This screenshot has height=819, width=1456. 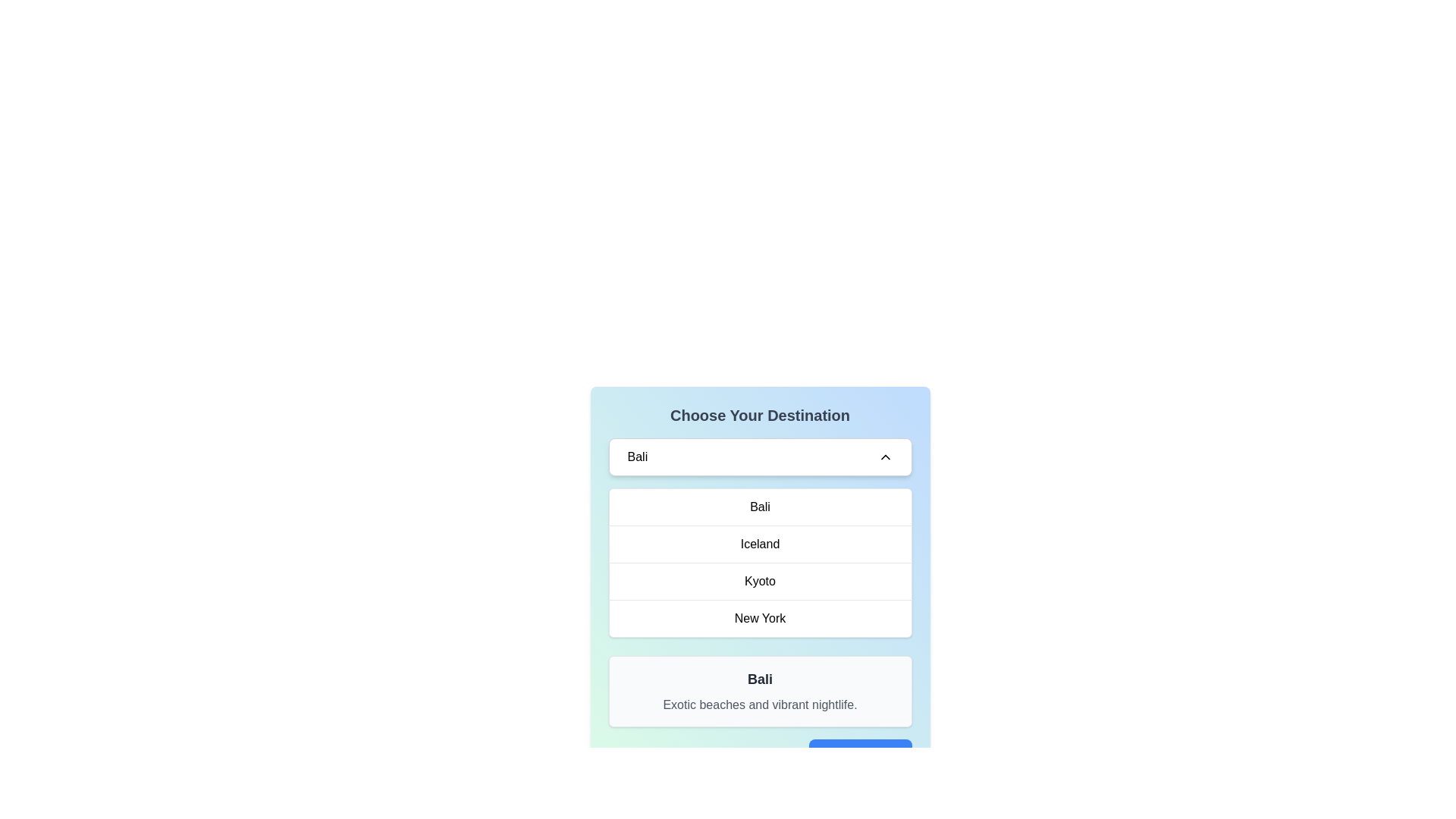 What do you see at coordinates (760, 678) in the screenshot?
I see `text label displaying 'Bali', which is styled in bold and large font, positioned above the description text in a rounded light gray card` at bounding box center [760, 678].